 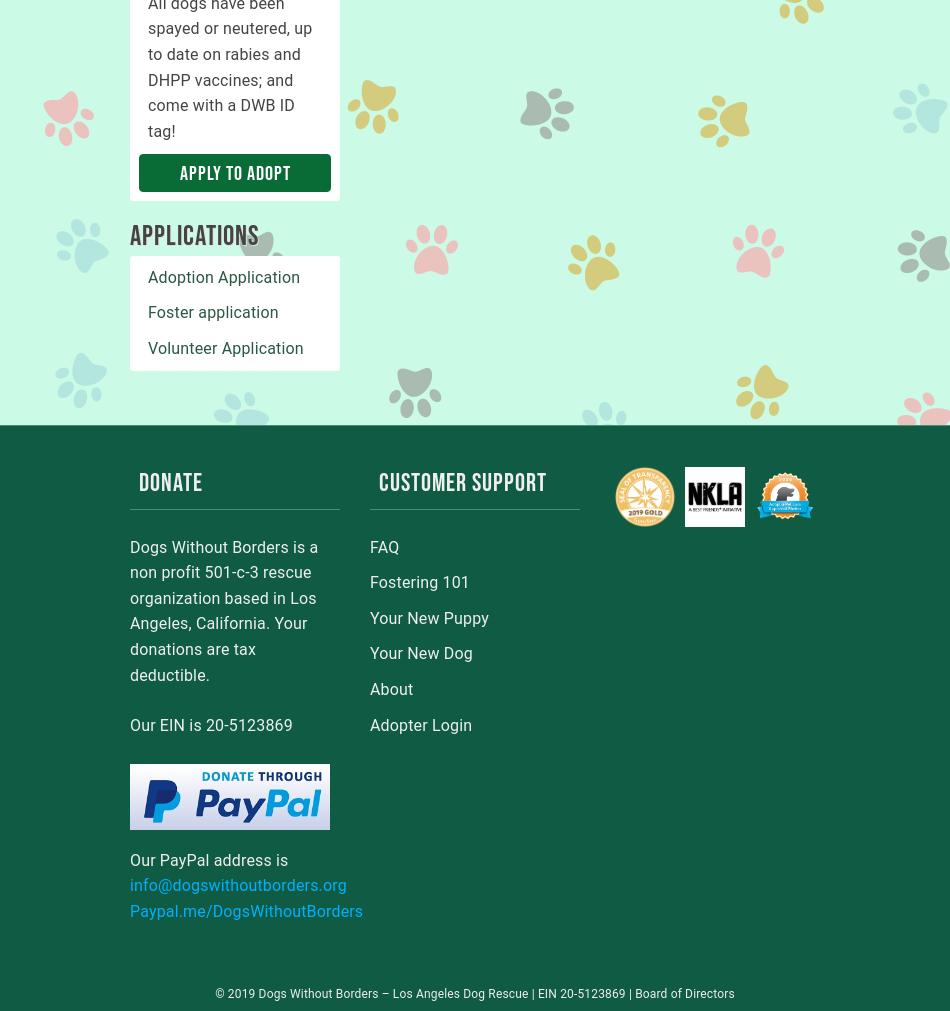 What do you see at coordinates (684, 994) in the screenshot?
I see `'Board of Directors'` at bounding box center [684, 994].